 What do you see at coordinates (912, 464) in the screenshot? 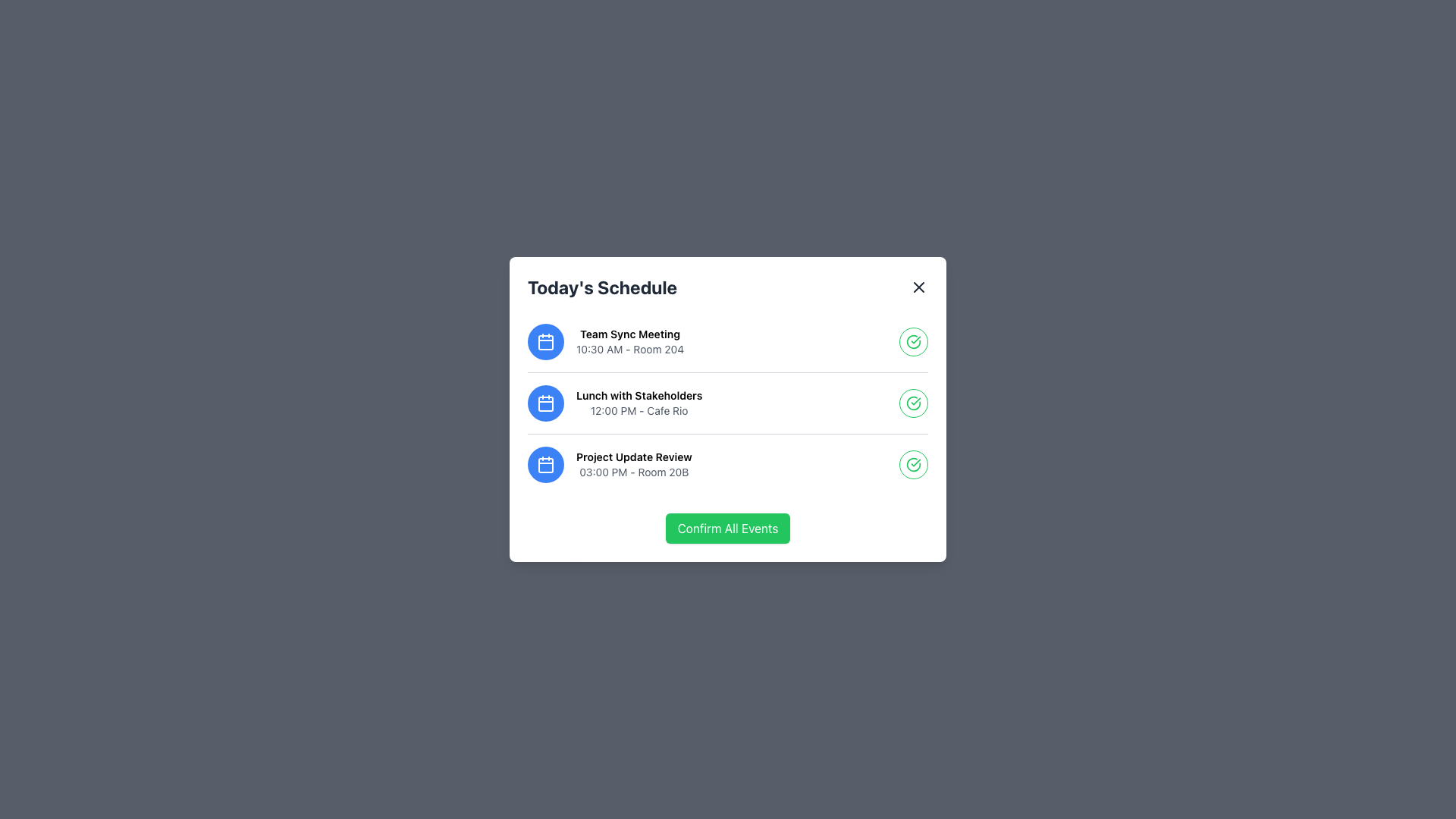
I see `the circular button with a green border and a checkmark icon located at the far right side of the 'Project Update Review' row in the 'Today's Schedule' section` at bounding box center [912, 464].